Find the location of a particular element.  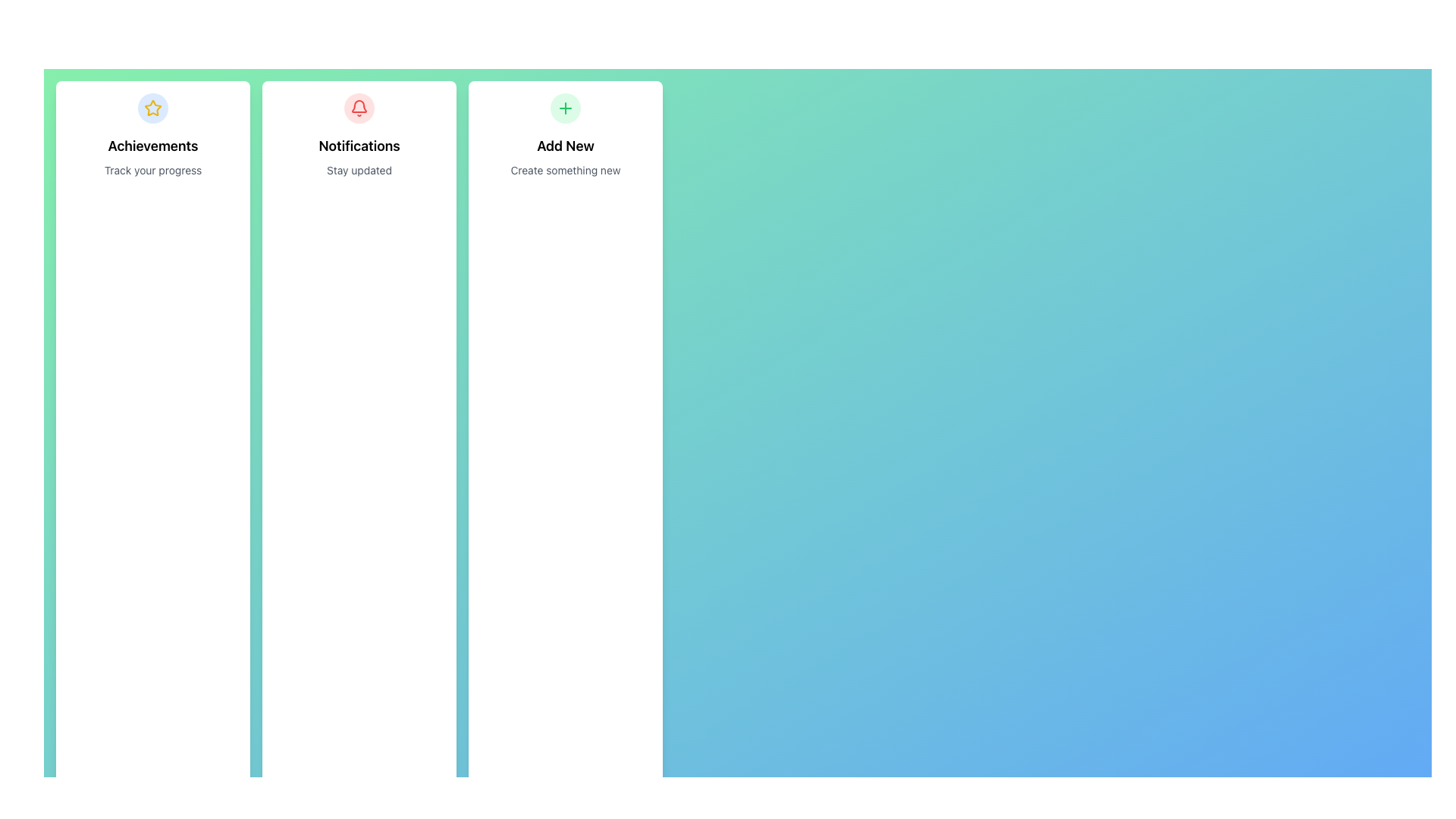

the bell icon located at the top-center of the 'Notifications' card to indicate the presence of new alerts or messages is located at coordinates (359, 107).